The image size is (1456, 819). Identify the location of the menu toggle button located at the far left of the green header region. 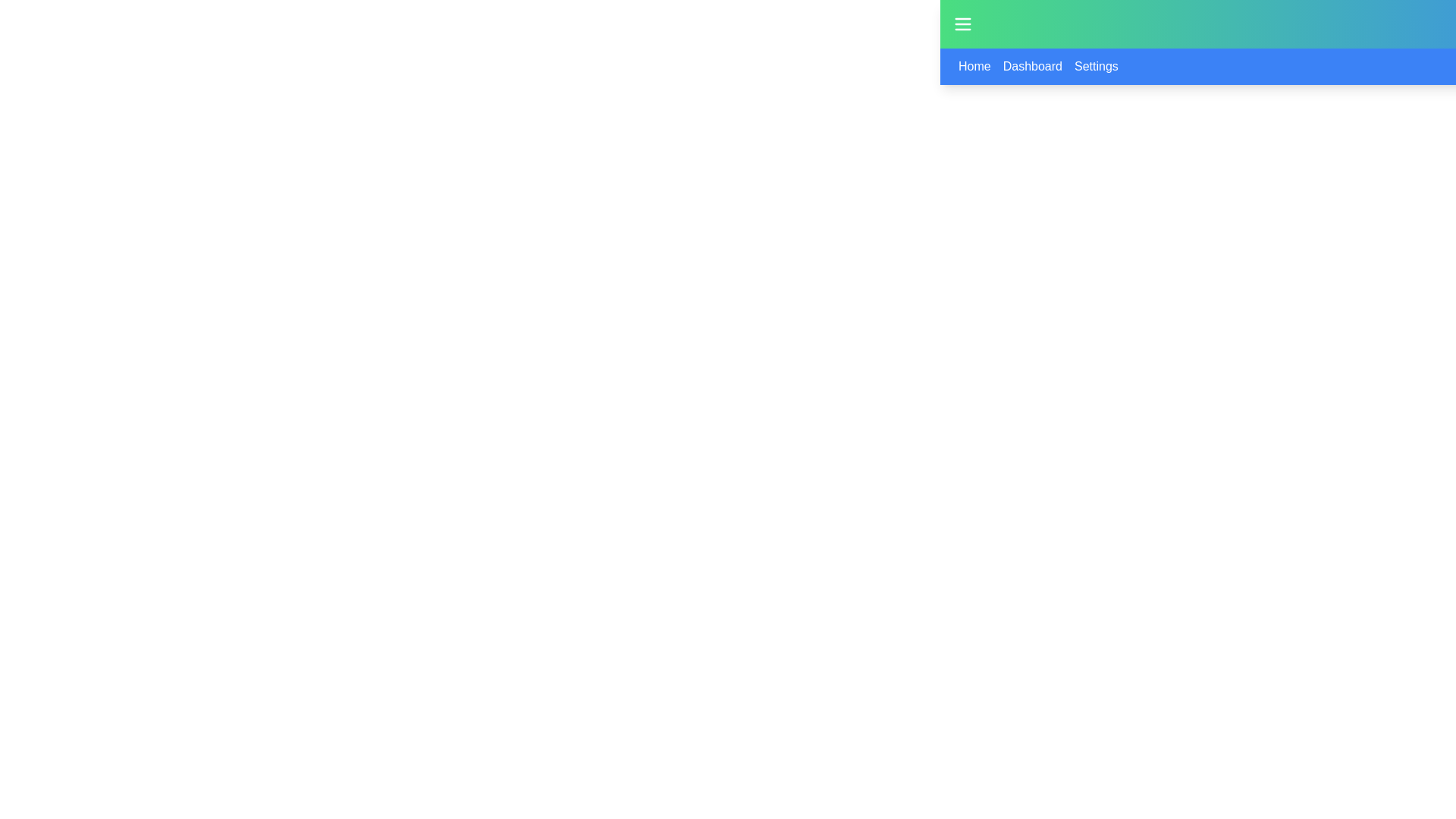
(962, 24).